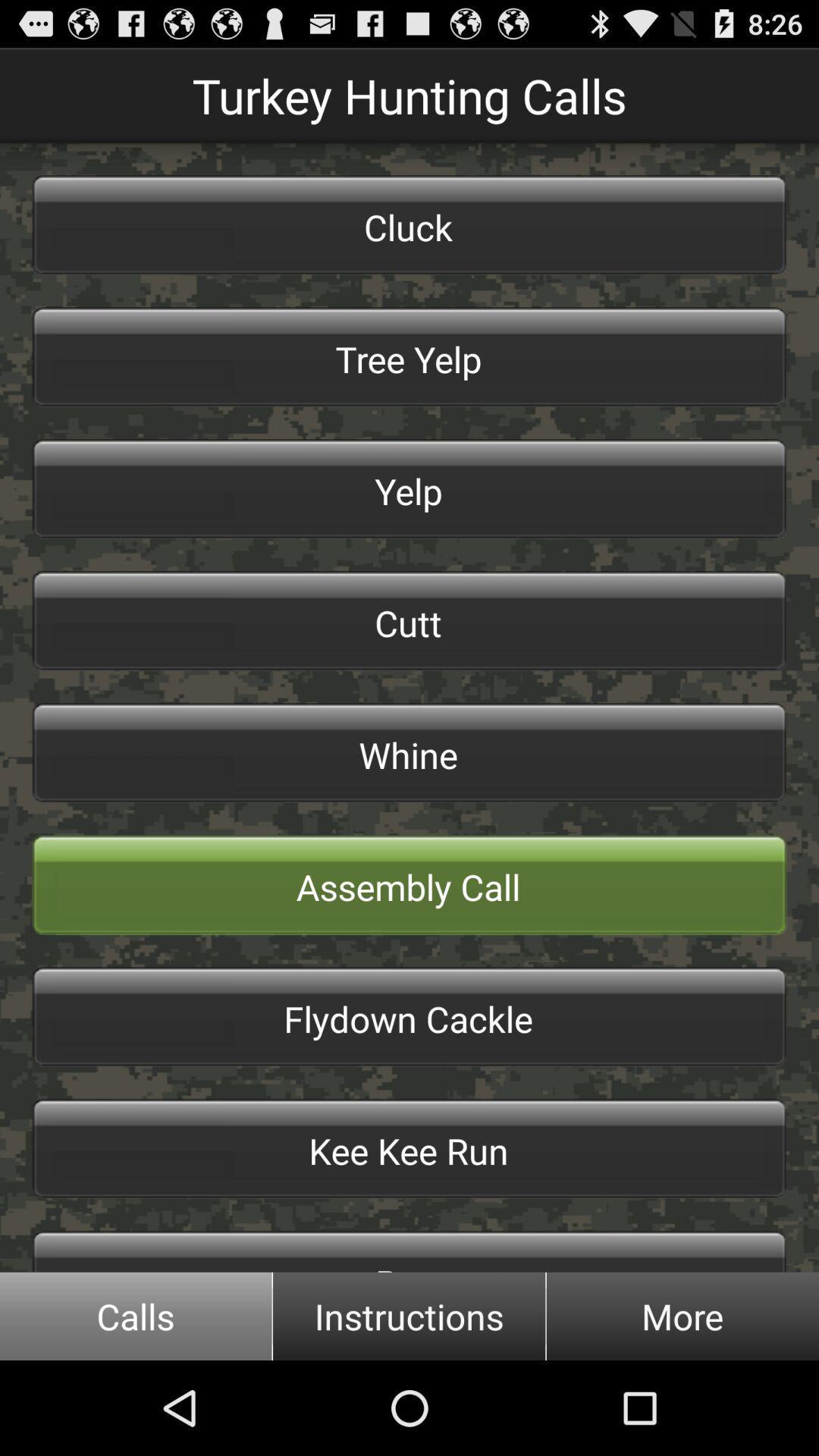 This screenshot has height=1456, width=819. What do you see at coordinates (409, 1016) in the screenshot?
I see `item below assembly call` at bounding box center [409, 1016].